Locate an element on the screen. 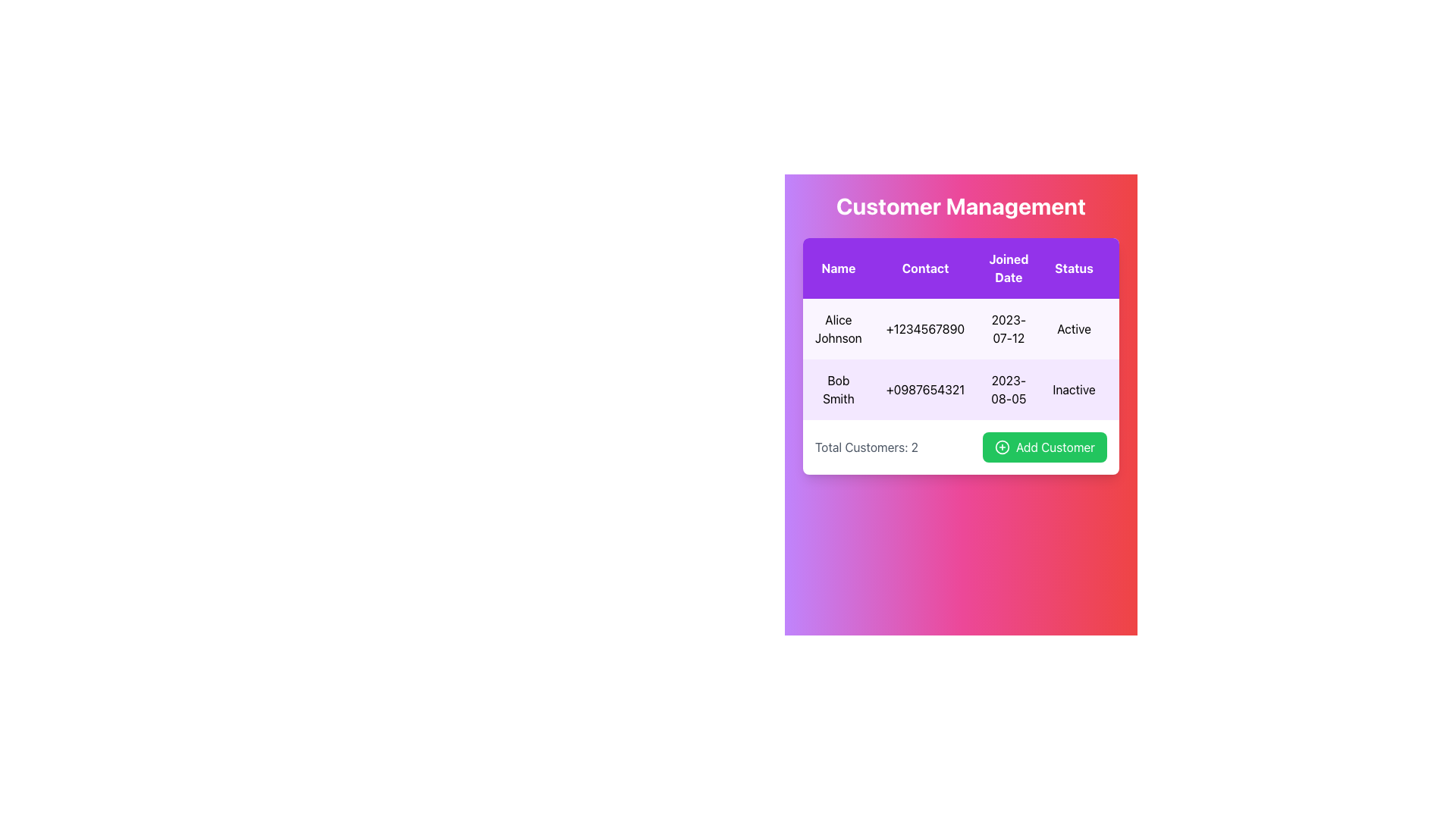 Image resolution: width=1456 pixels, height=819 pixels. the phone number '+1234567890' in the 'Contact' column, which is the second cell of the first row corresponding to 'Alice Johnson' is located at coordinates (924, 328).